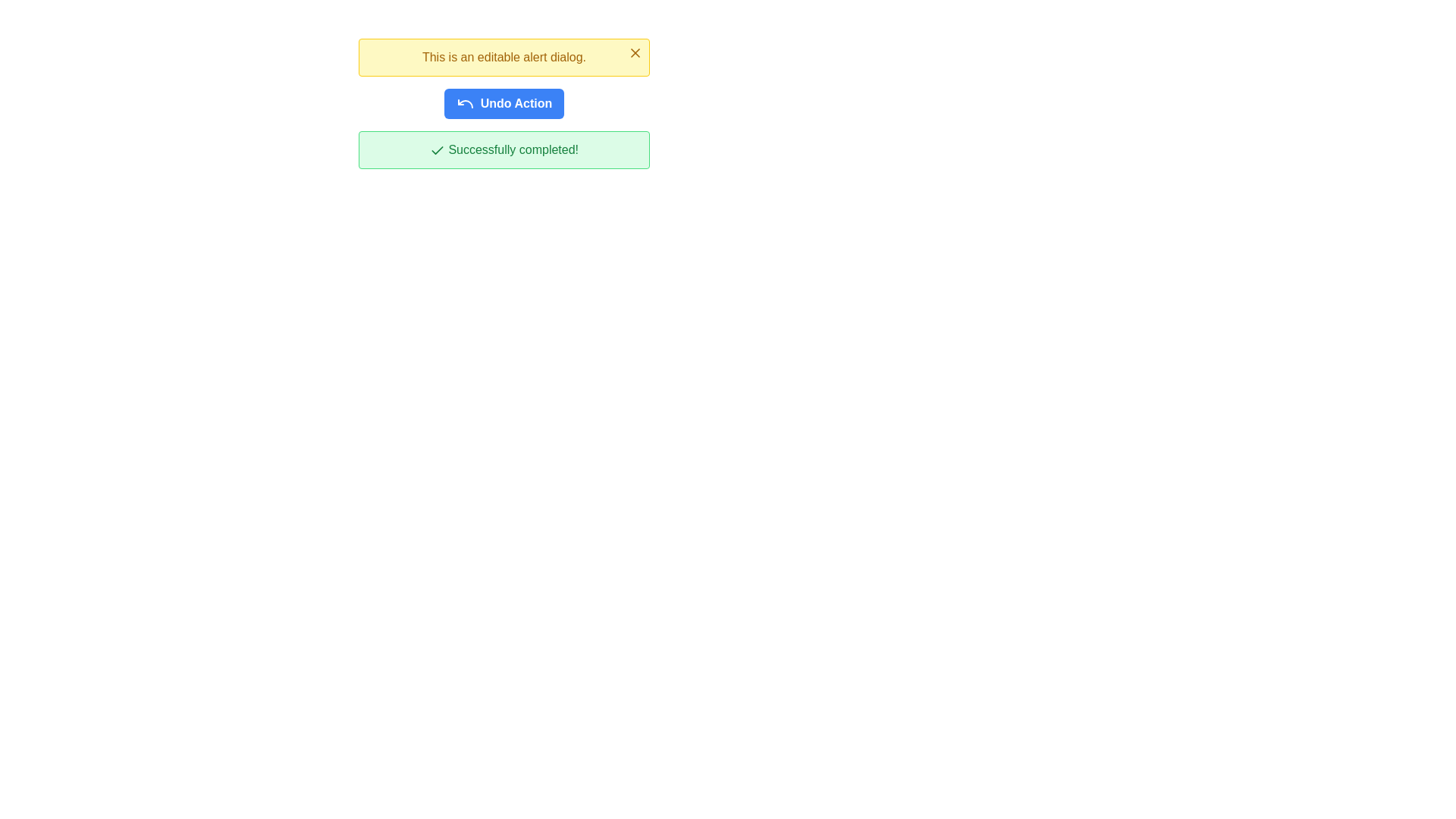  What do you see at coordinates (504, 103) in the screenshot?
I see `the centrally positioned undo button located below the yellow alert box and above the green confirmation message` at bounding box center [504, 103].